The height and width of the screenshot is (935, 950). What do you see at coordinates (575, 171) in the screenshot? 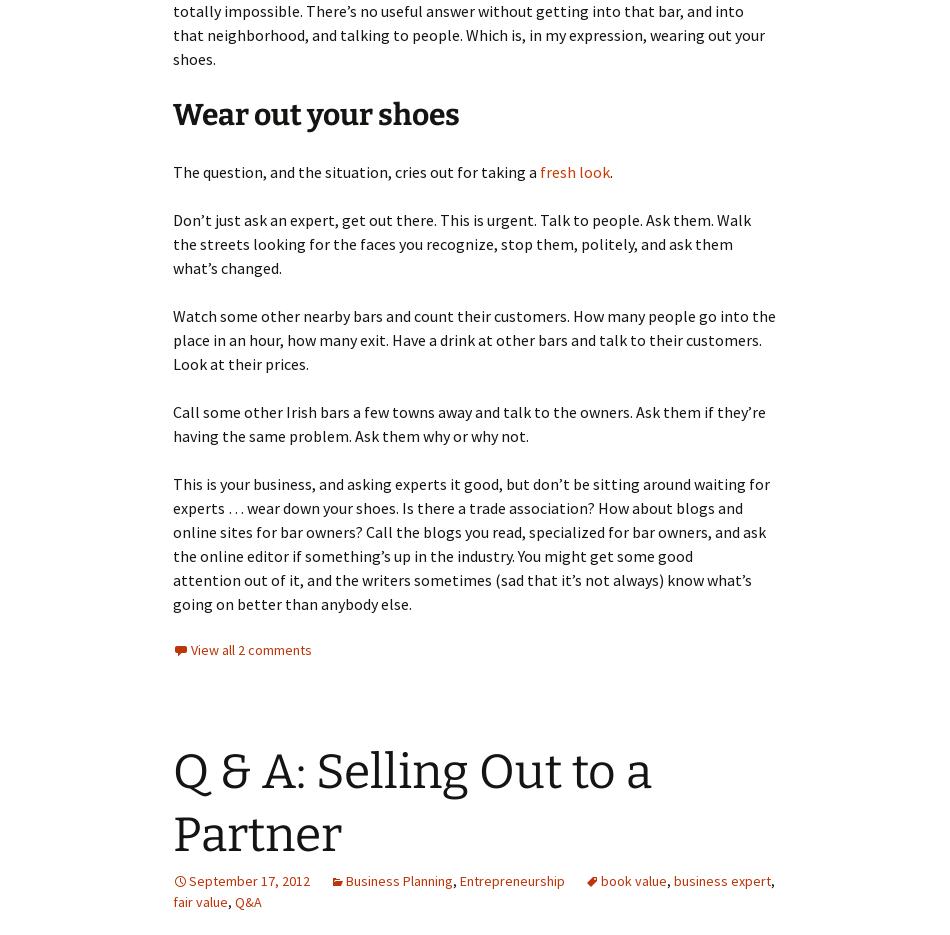
I see `'fresh look'` at bounding box center [575, 171].